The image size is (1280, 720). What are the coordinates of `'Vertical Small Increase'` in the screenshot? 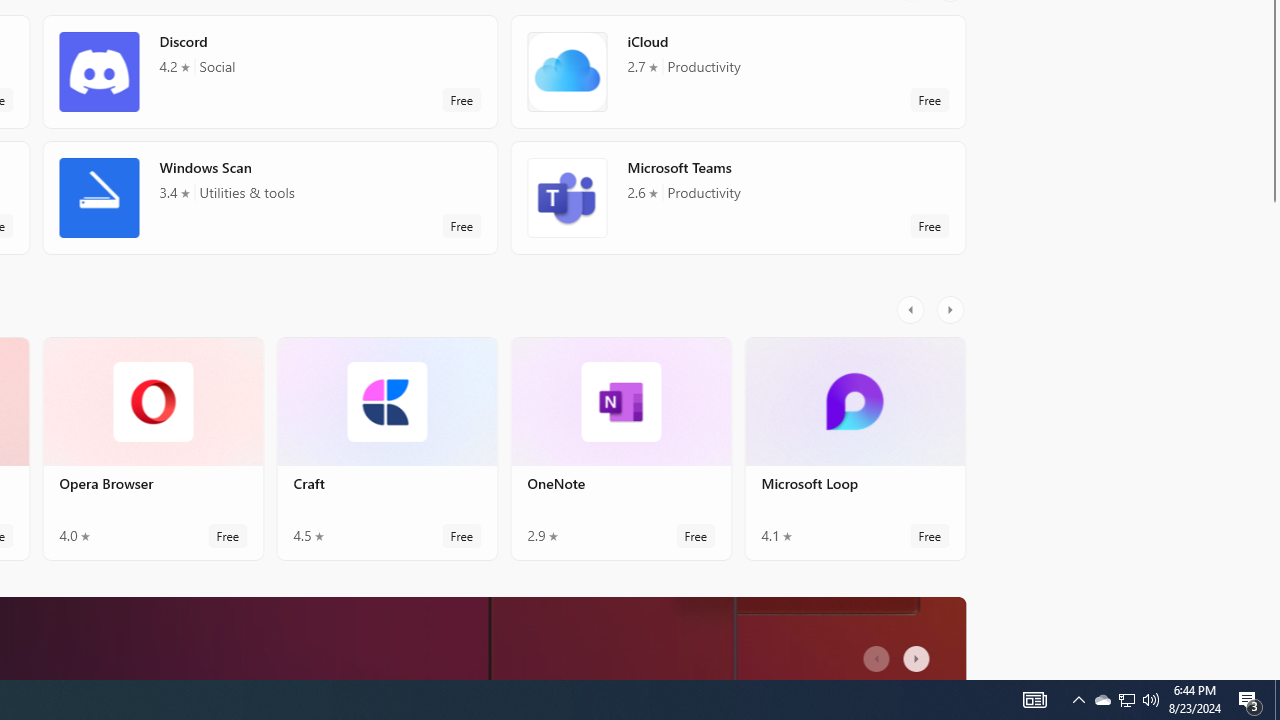 It's located at (1271, 672).